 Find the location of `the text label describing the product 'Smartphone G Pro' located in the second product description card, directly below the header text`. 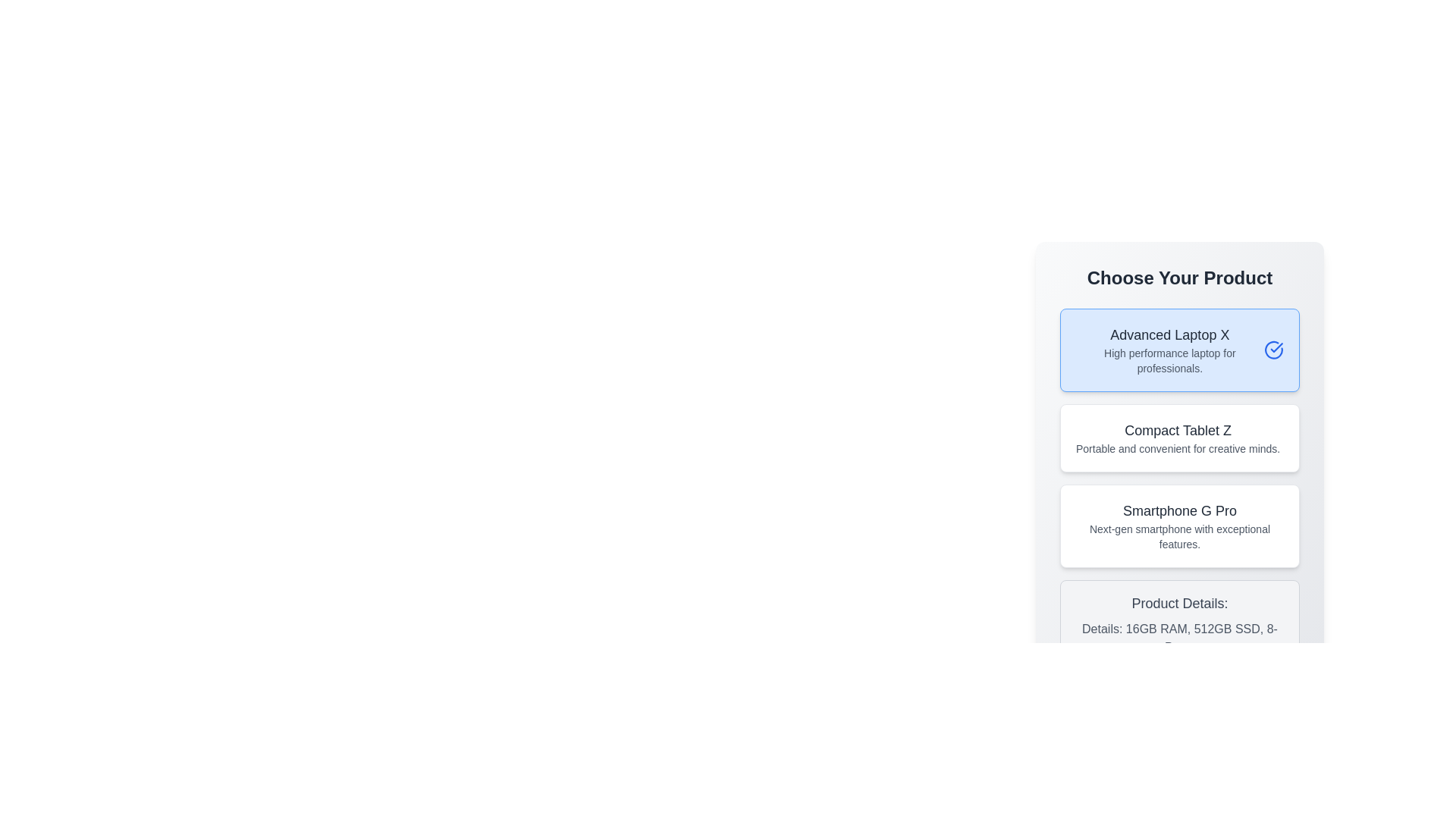

the text label describing the product 'Smartphone G Pro' located in the second product description card, directly below the header text is located at coordinates (1178, 536).